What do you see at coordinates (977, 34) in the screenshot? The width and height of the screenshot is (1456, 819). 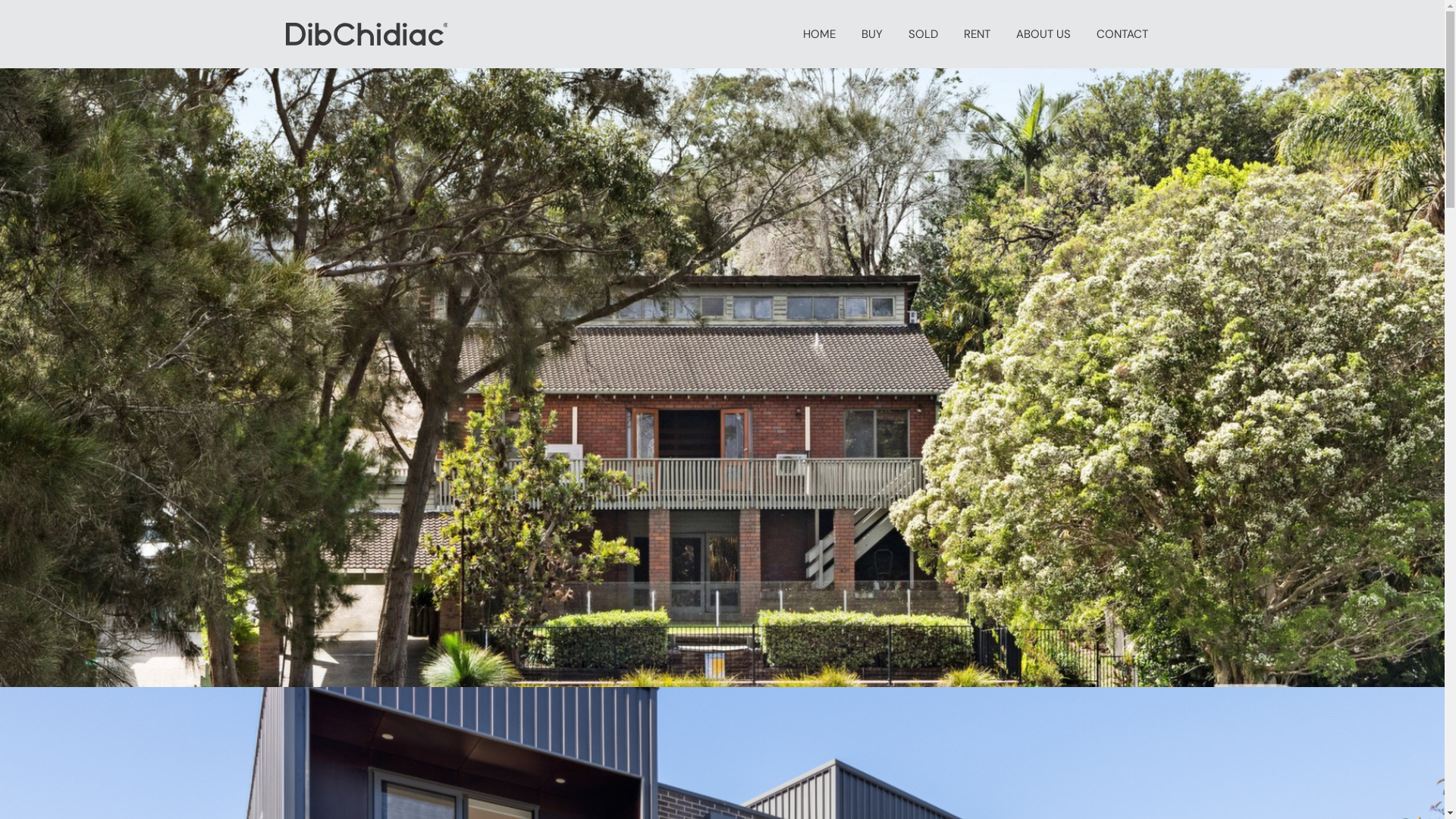 I see `'RENT'` at bounding box center [977, 34].